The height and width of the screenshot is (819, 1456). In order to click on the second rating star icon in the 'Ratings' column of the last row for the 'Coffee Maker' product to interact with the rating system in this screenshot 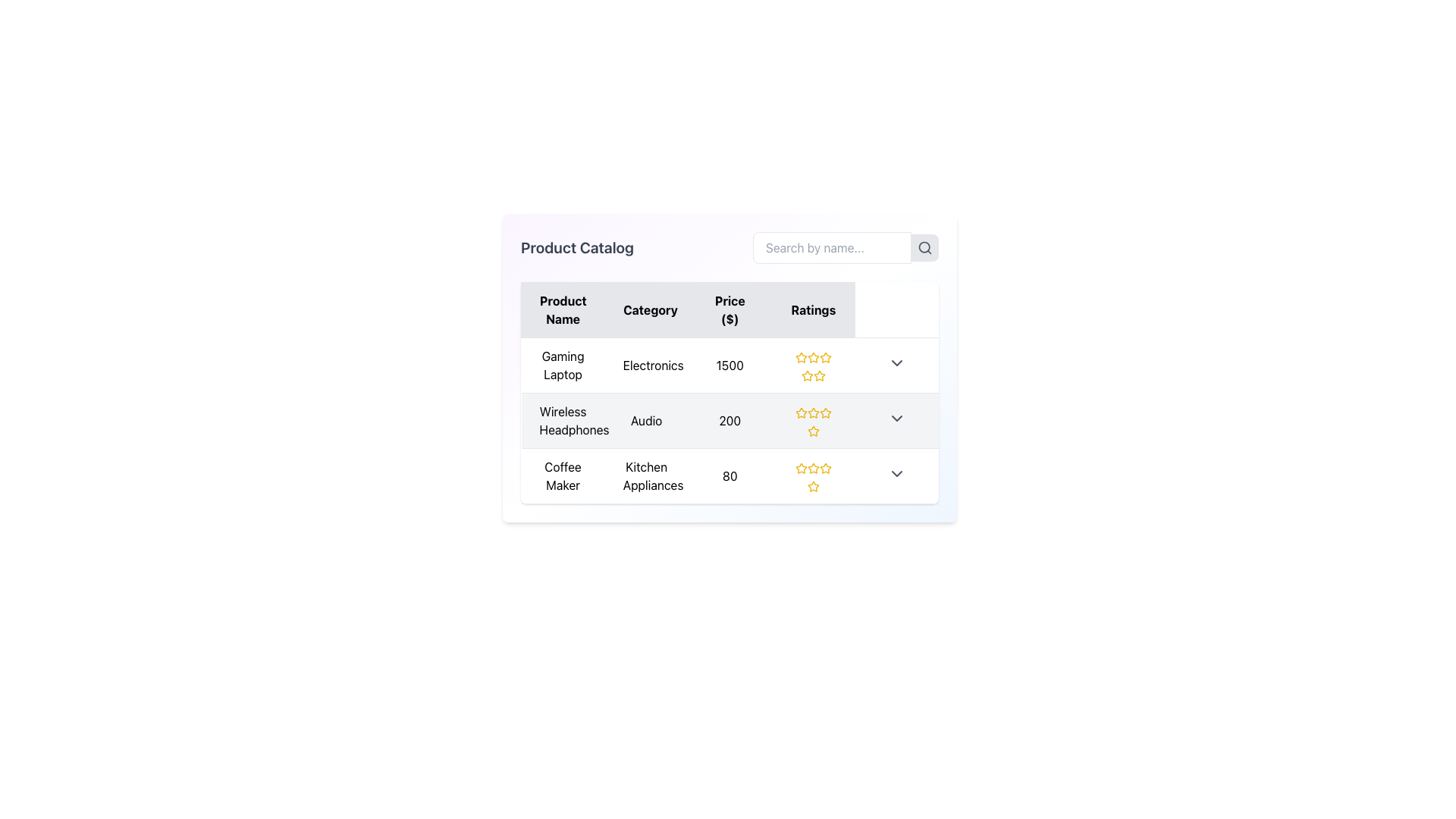, I will do `click(800, 467)`.